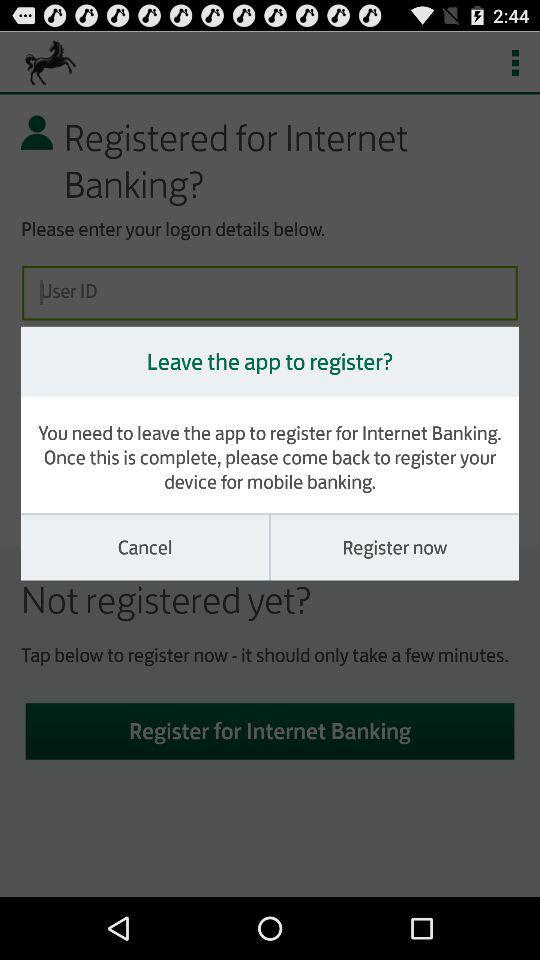 The width and height of the screenshot is (540, 960). I want to click on cancel, so click(144, 547).